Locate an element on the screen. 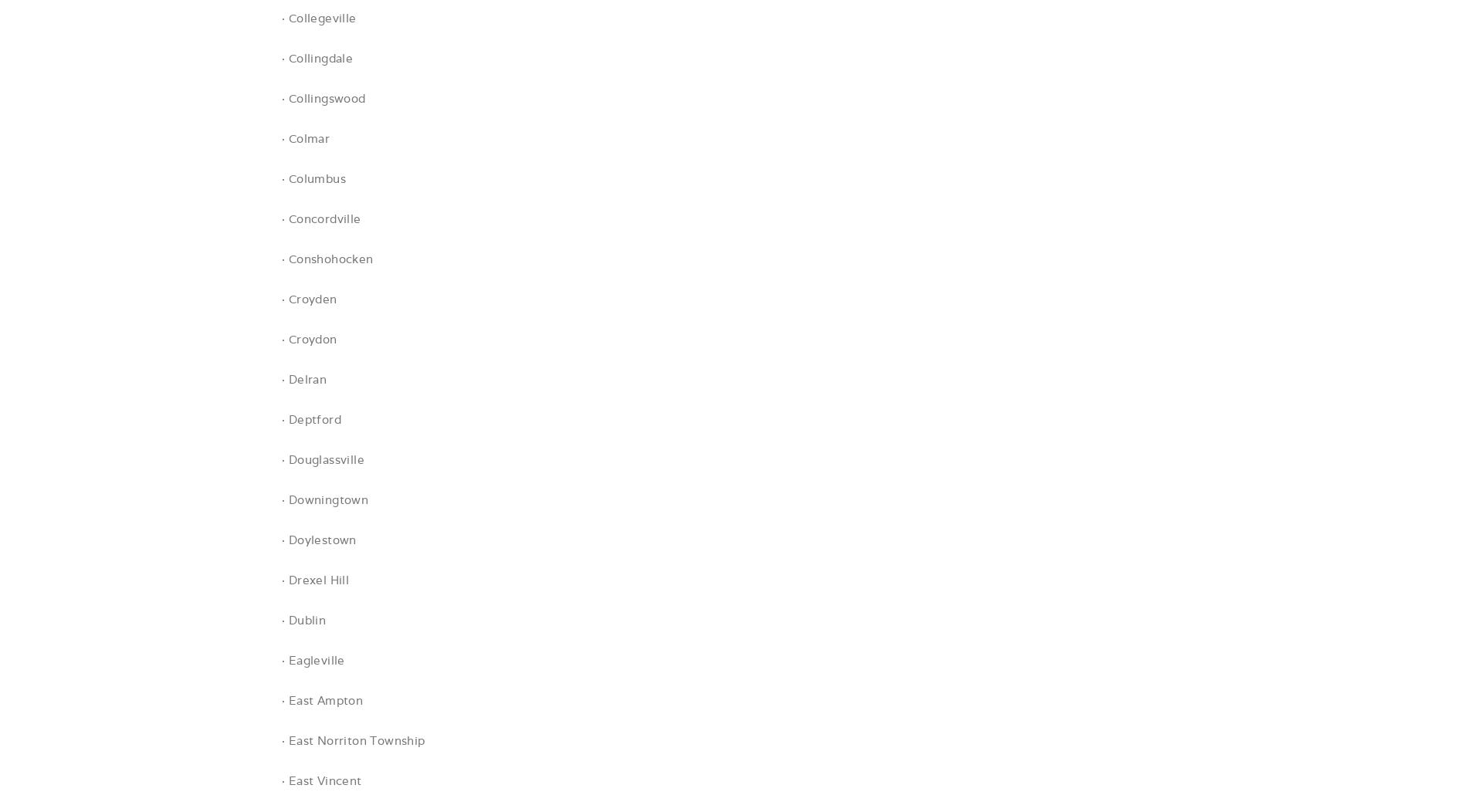 The width and height of the screenshot is (1467, 812). '· Colmar' is located at coordinates (304, 138).